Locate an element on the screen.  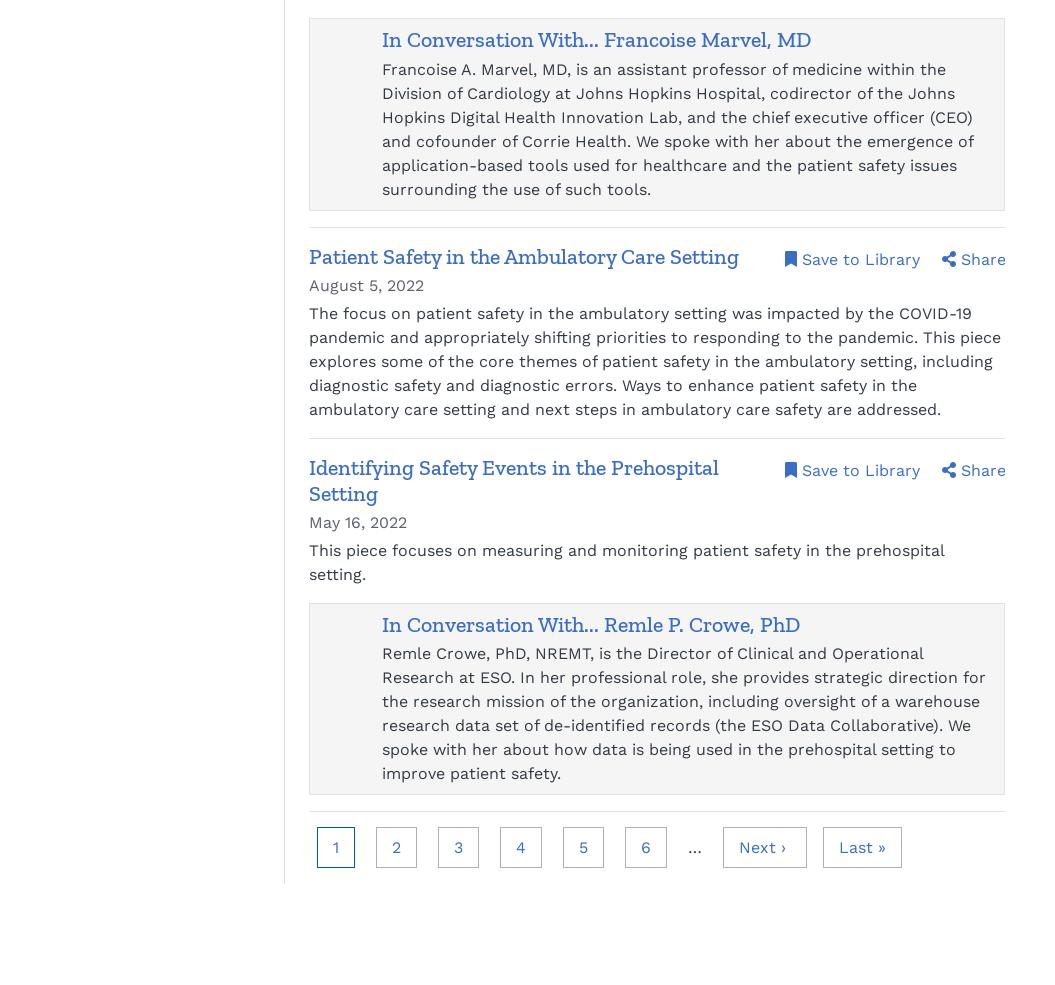
'6' is located at coordinates (645, 846).